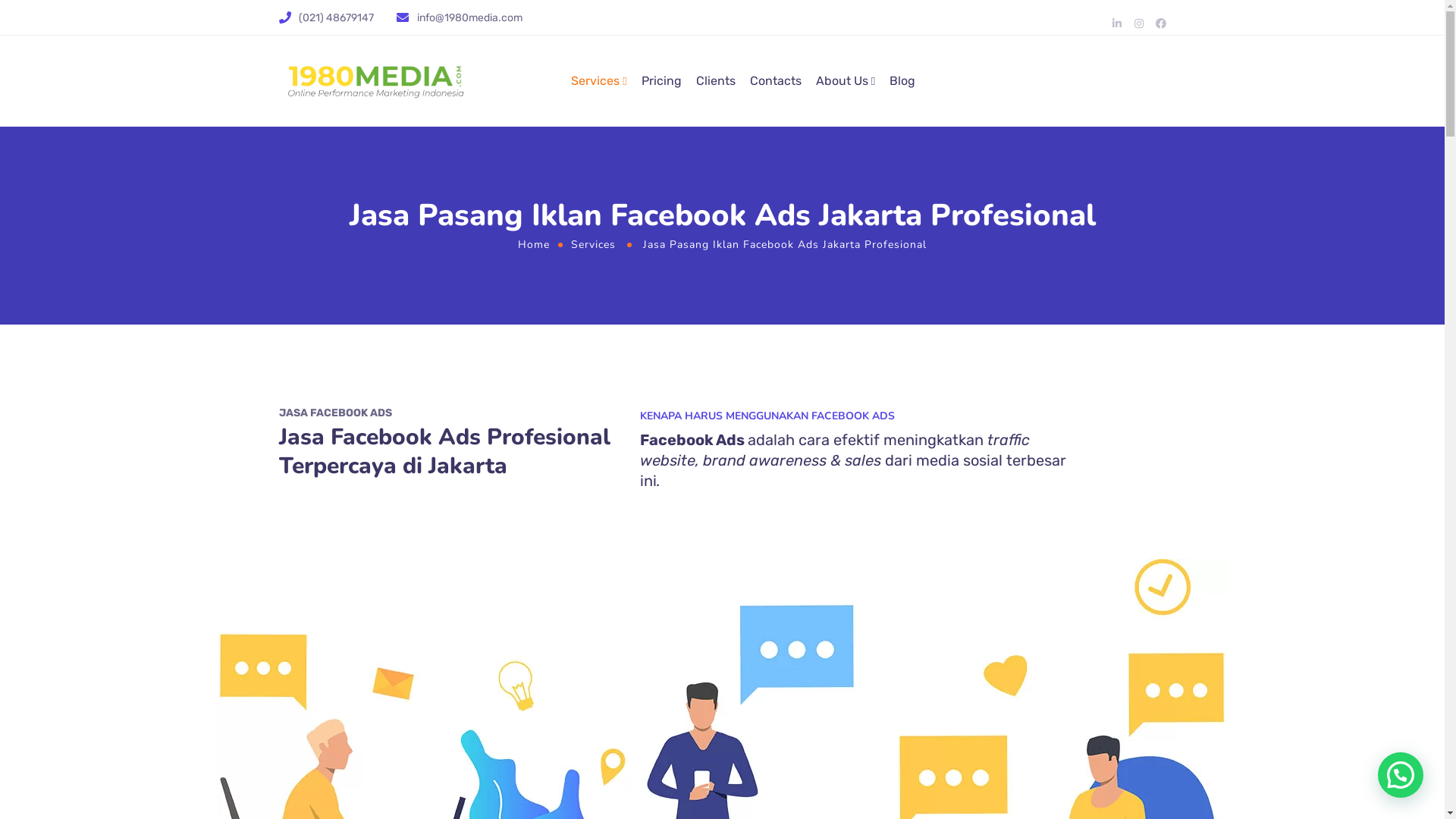 The image size is (1456, 819). What do you see at coordinates (715, 81) in the screenshot?
I see `'Clients'` at bounding box center [715, 81].